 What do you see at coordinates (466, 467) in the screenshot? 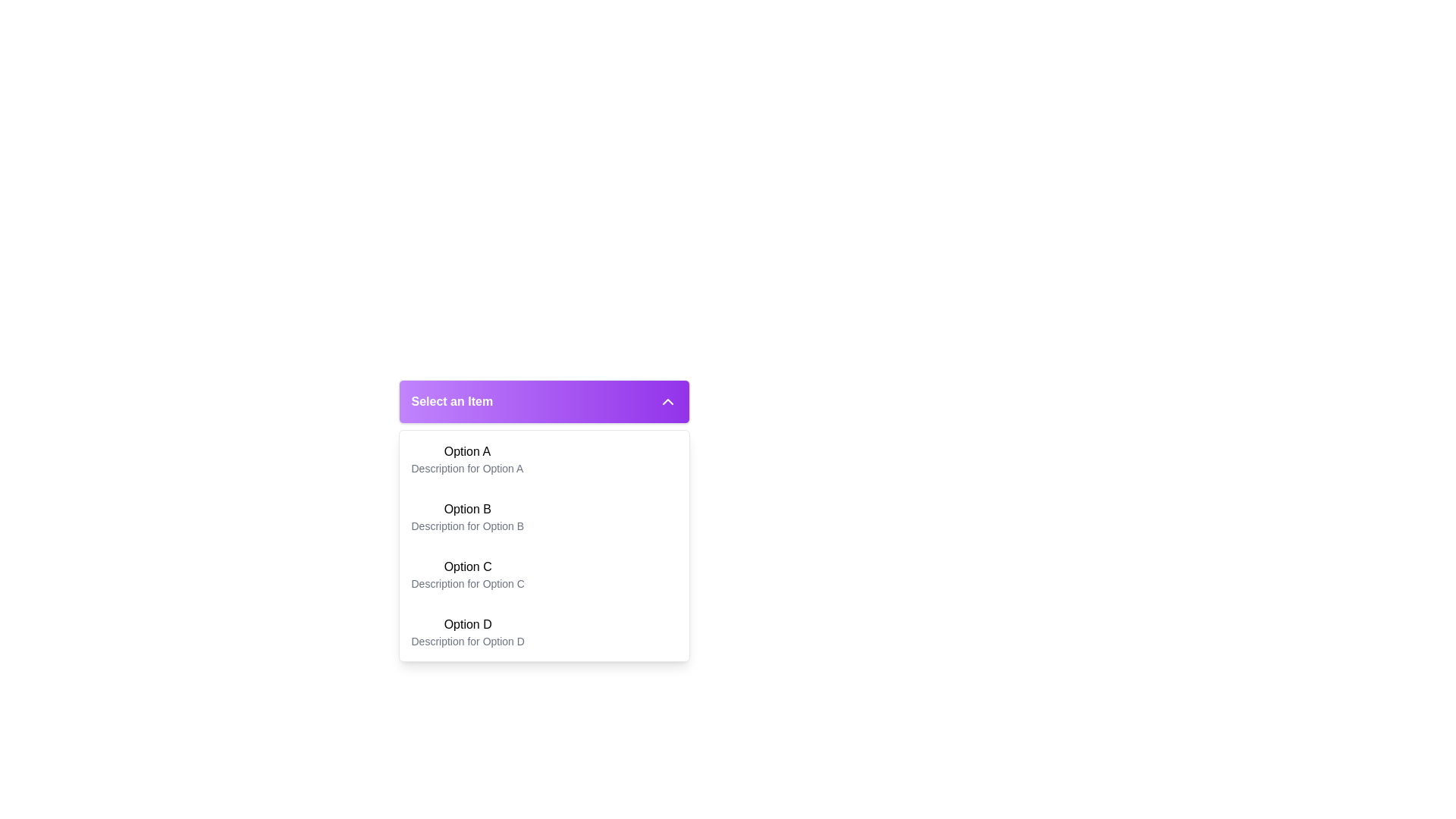
I see `the text label reading 'Description for Option A,' which is styled in a small, light gray font and located beneath the bold text 'Option A' in the dropdown menu` at bounding box center [466, 467].